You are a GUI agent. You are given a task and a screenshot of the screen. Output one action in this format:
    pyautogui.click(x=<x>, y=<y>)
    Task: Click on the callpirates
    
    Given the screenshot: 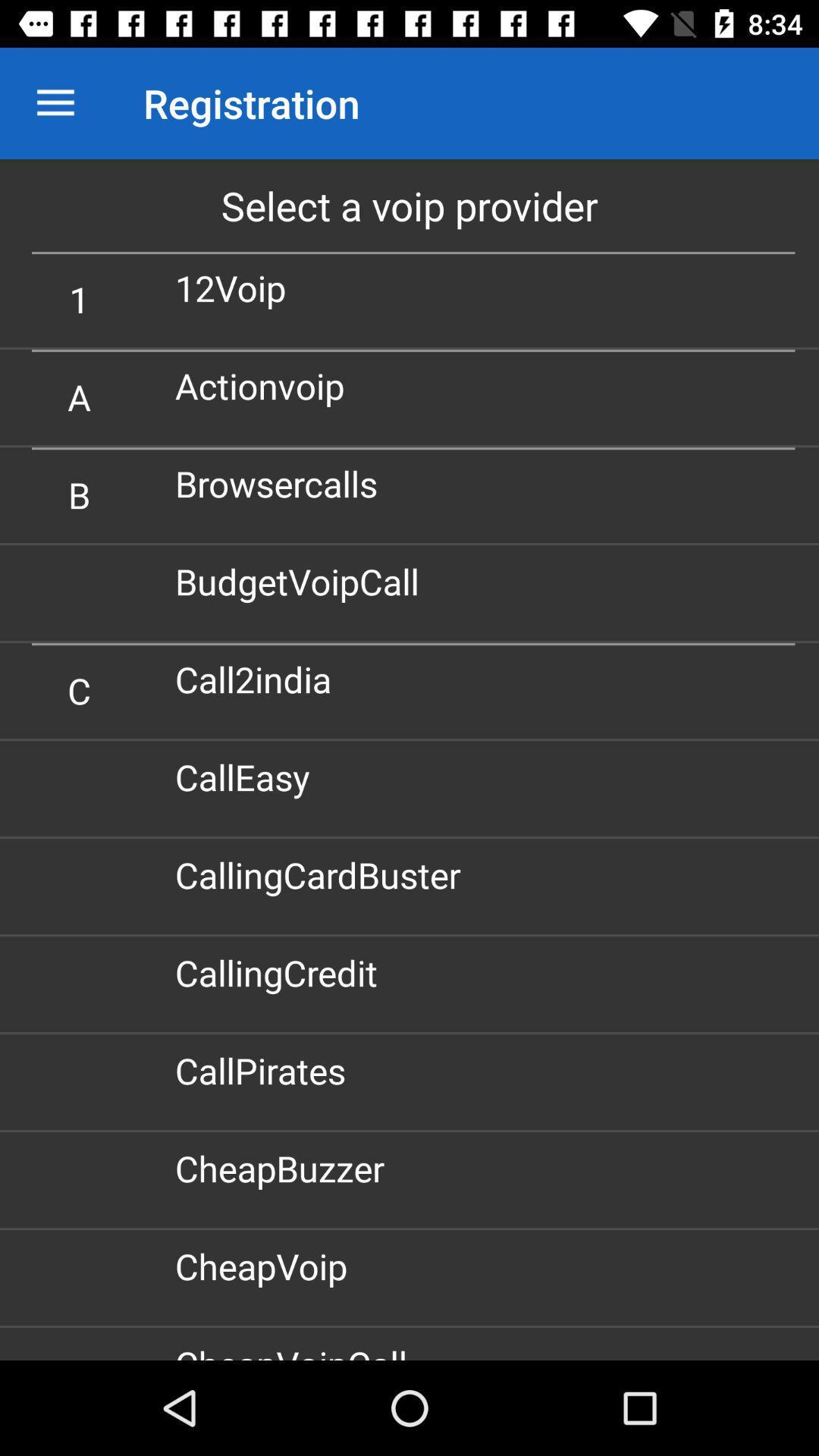 What is the action you would take?
    pyautogui.click(x=265, y=1069)
    